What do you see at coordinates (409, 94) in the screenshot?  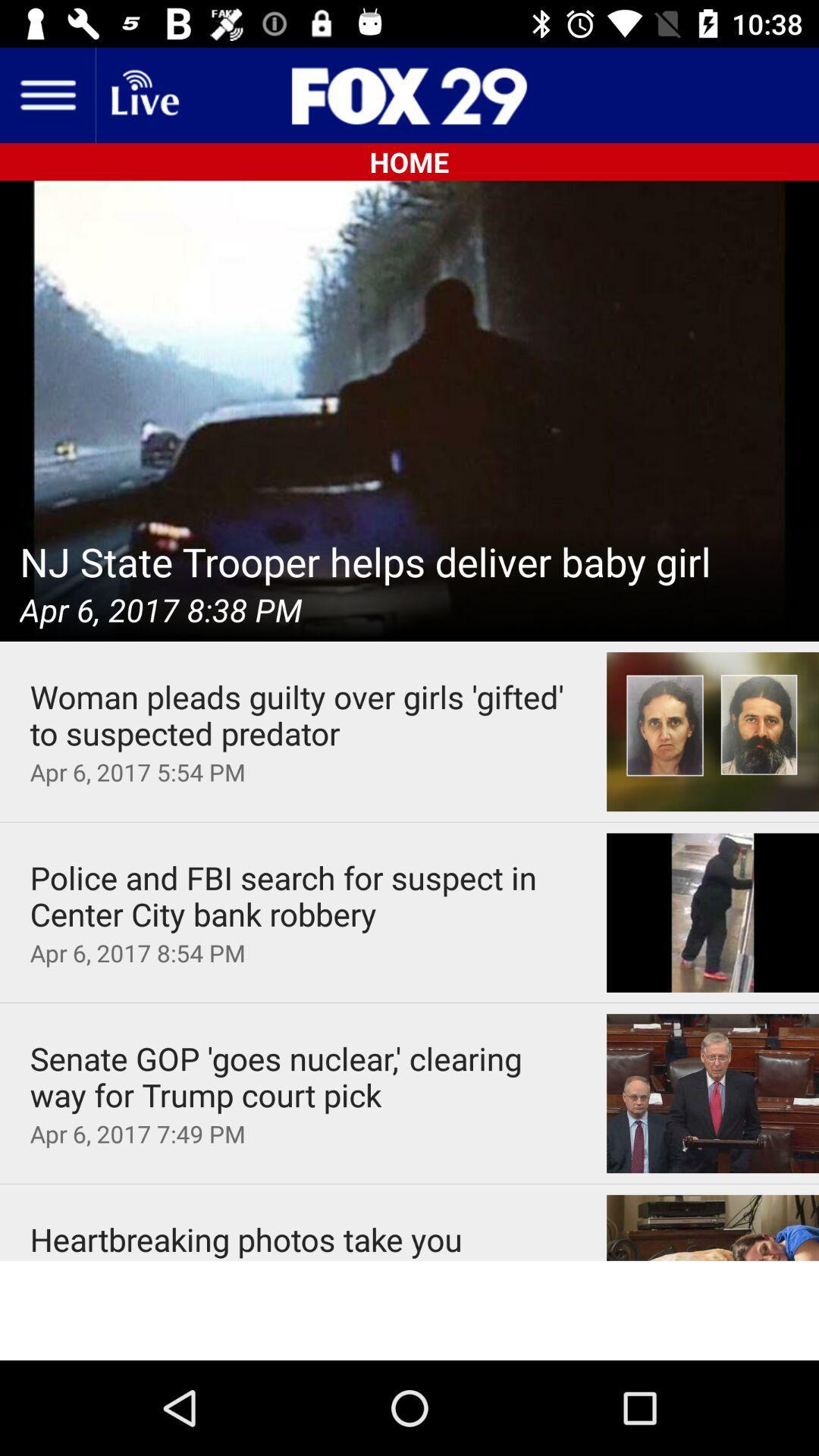 I see `the sliders icon` at bounding box center [409, 94].